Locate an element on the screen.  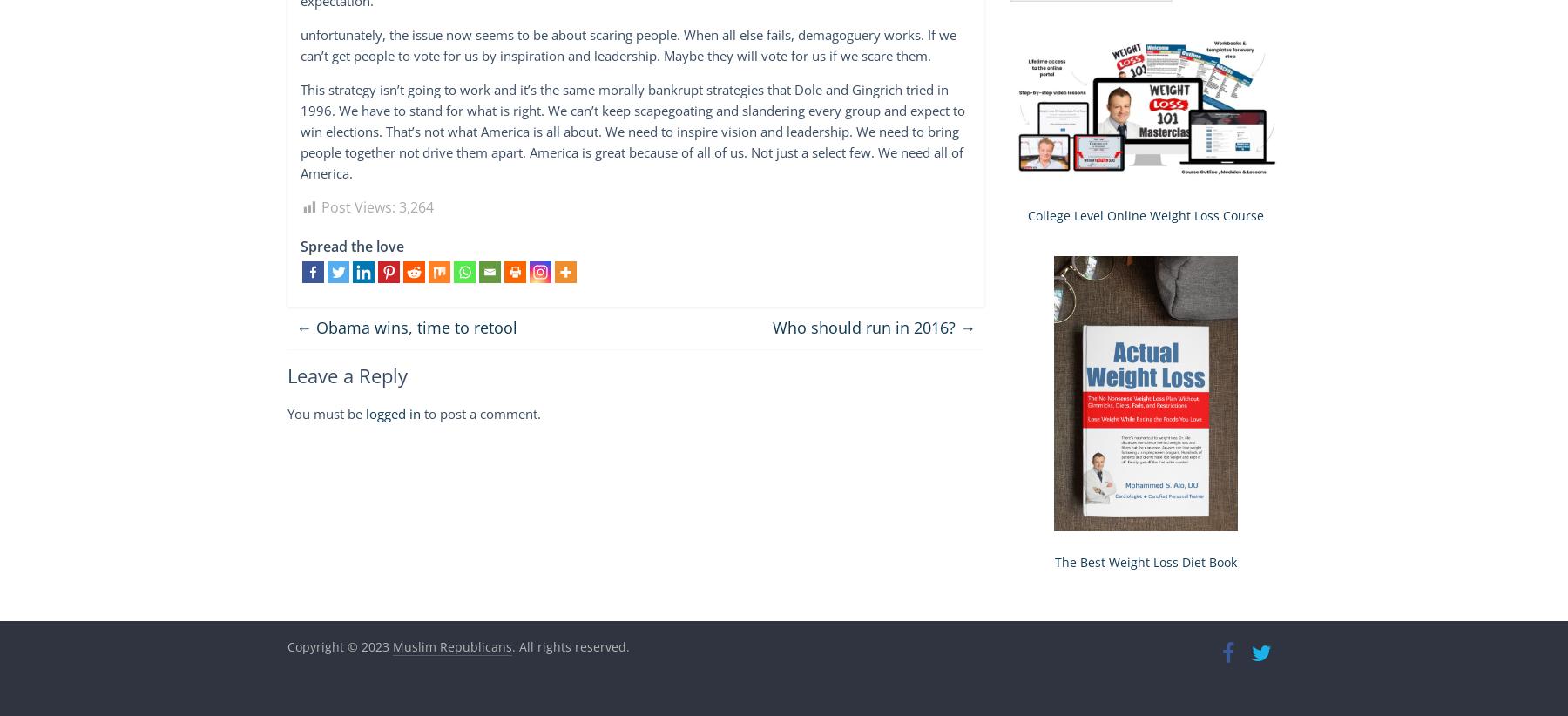
'Who should run in 2016?' is located at coordinates (865, 326).